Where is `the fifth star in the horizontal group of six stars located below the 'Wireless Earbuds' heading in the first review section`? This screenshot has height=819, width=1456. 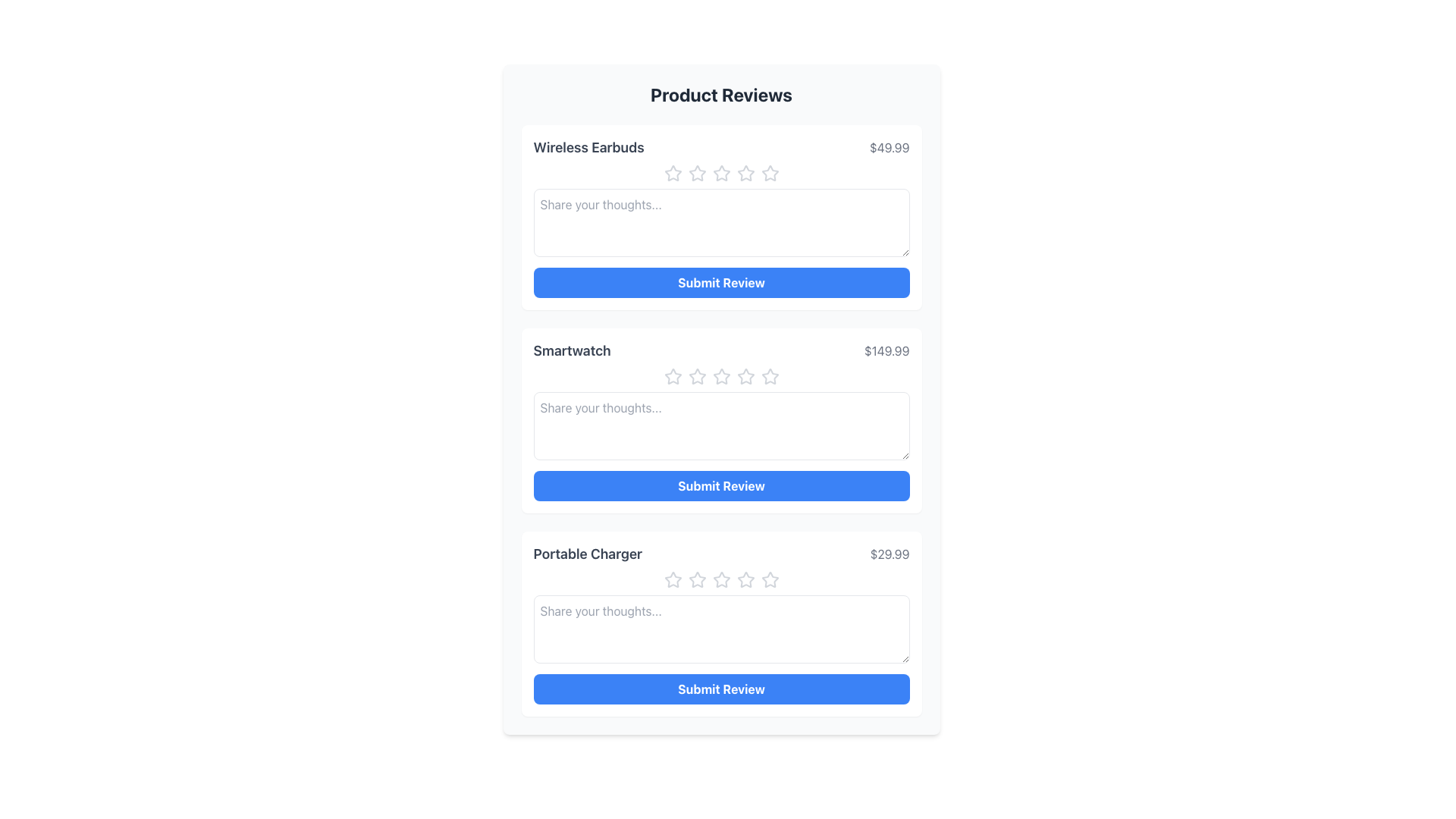 the fifth star in the horizontal group of six stars located below the 'Wireless Earbuds' heading in the first review section is located at coordinates (770, 172).